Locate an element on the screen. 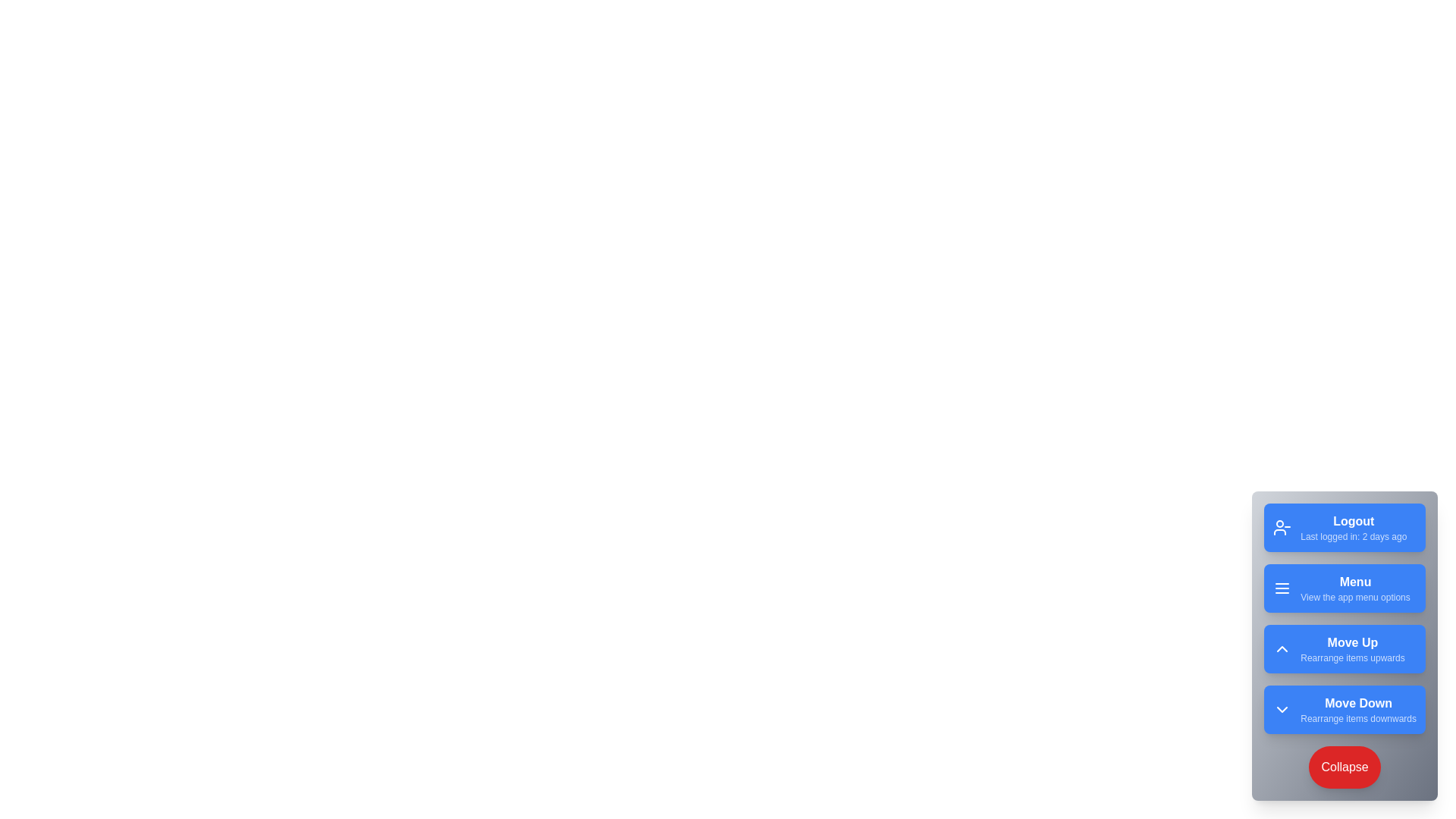 This screenshot has height=819, width=1456. the Icon (Chevron Down) located to the left of the 'Move Down' button, which is above the text 'Rearrange items downwards.' is located at coordinates (1282, 710).